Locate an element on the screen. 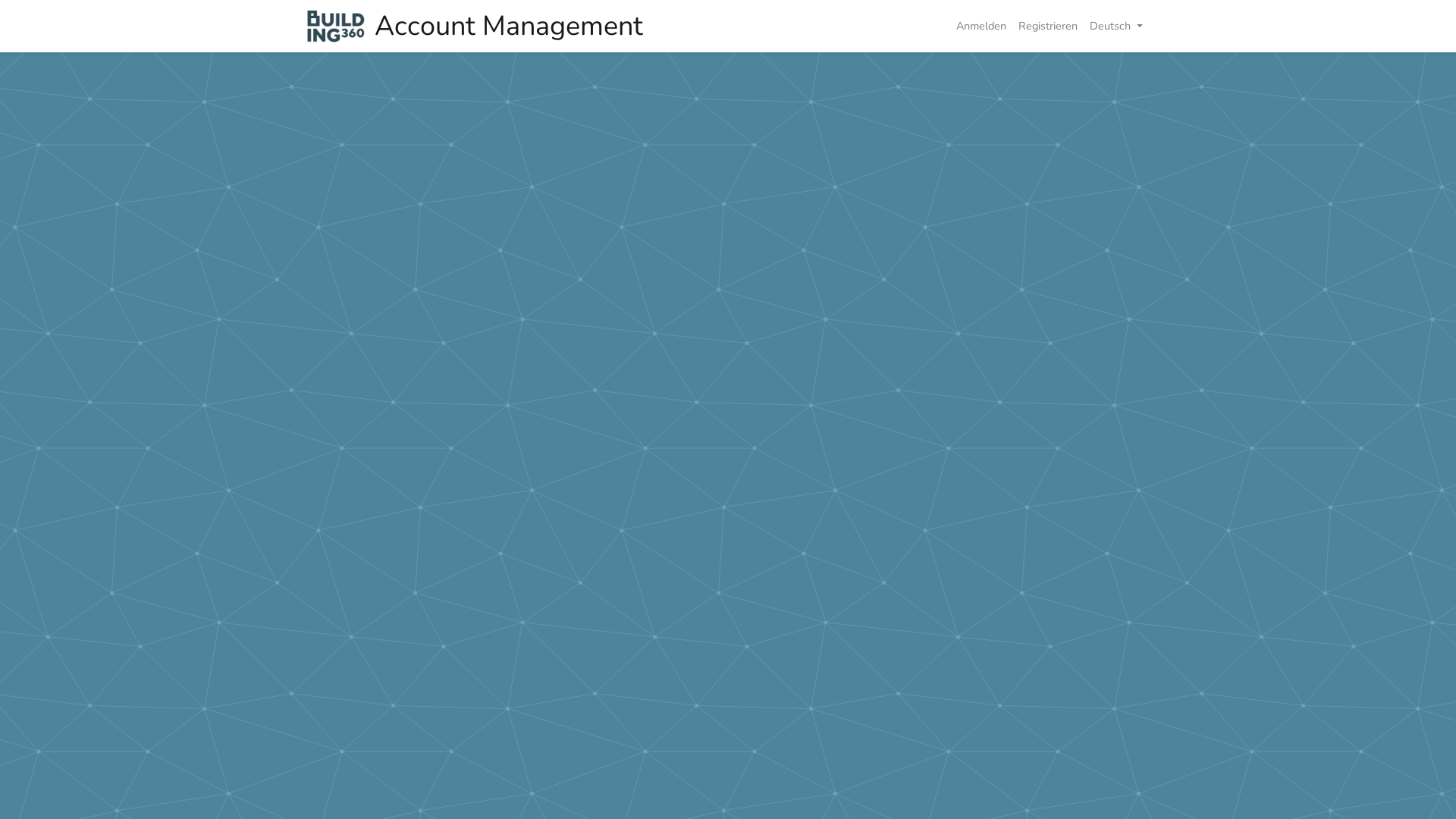 The image size is (1456, 819). 'Anmelden' is located at coordinates (981, 26).